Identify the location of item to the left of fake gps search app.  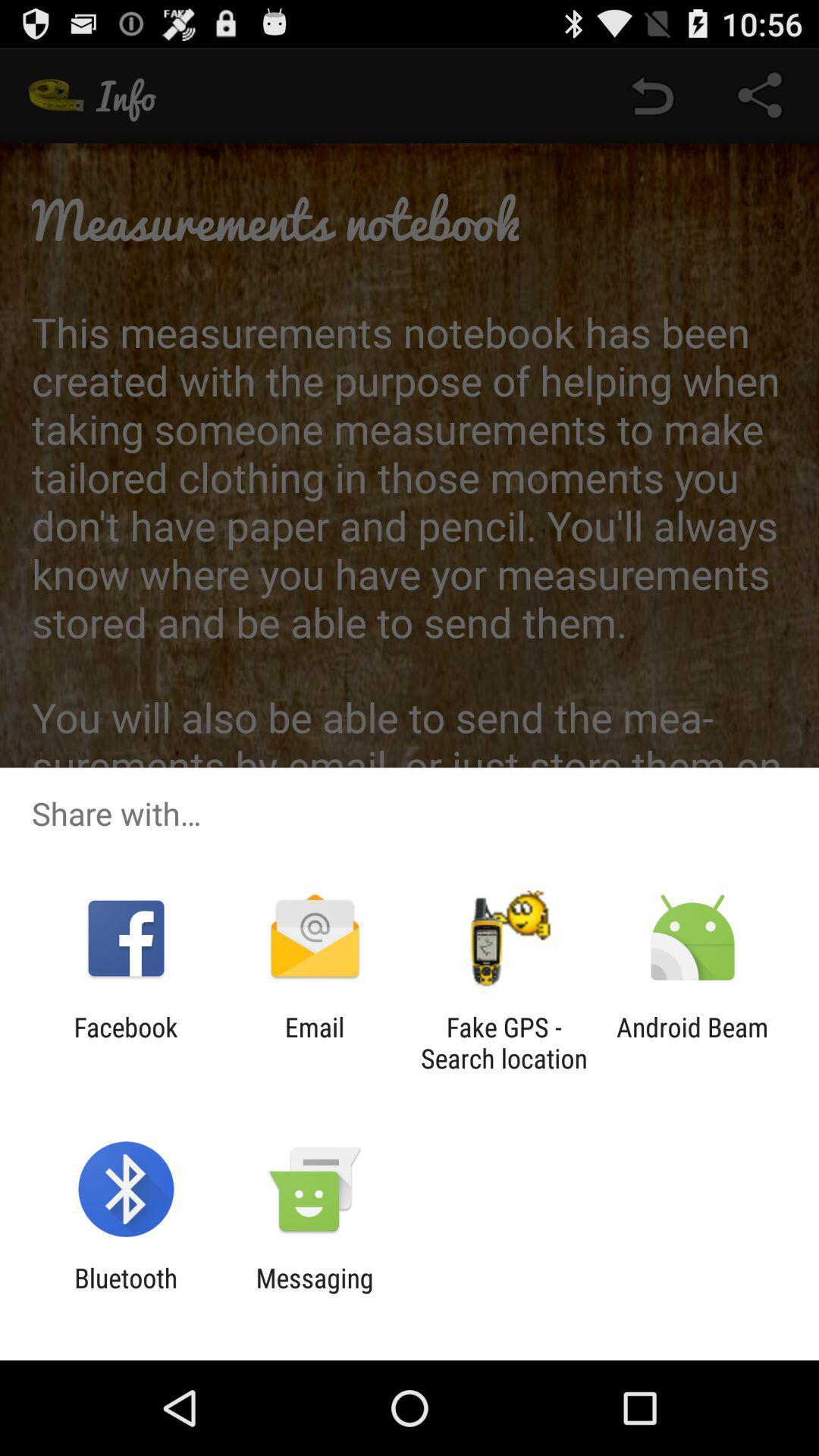
(314, 1042).